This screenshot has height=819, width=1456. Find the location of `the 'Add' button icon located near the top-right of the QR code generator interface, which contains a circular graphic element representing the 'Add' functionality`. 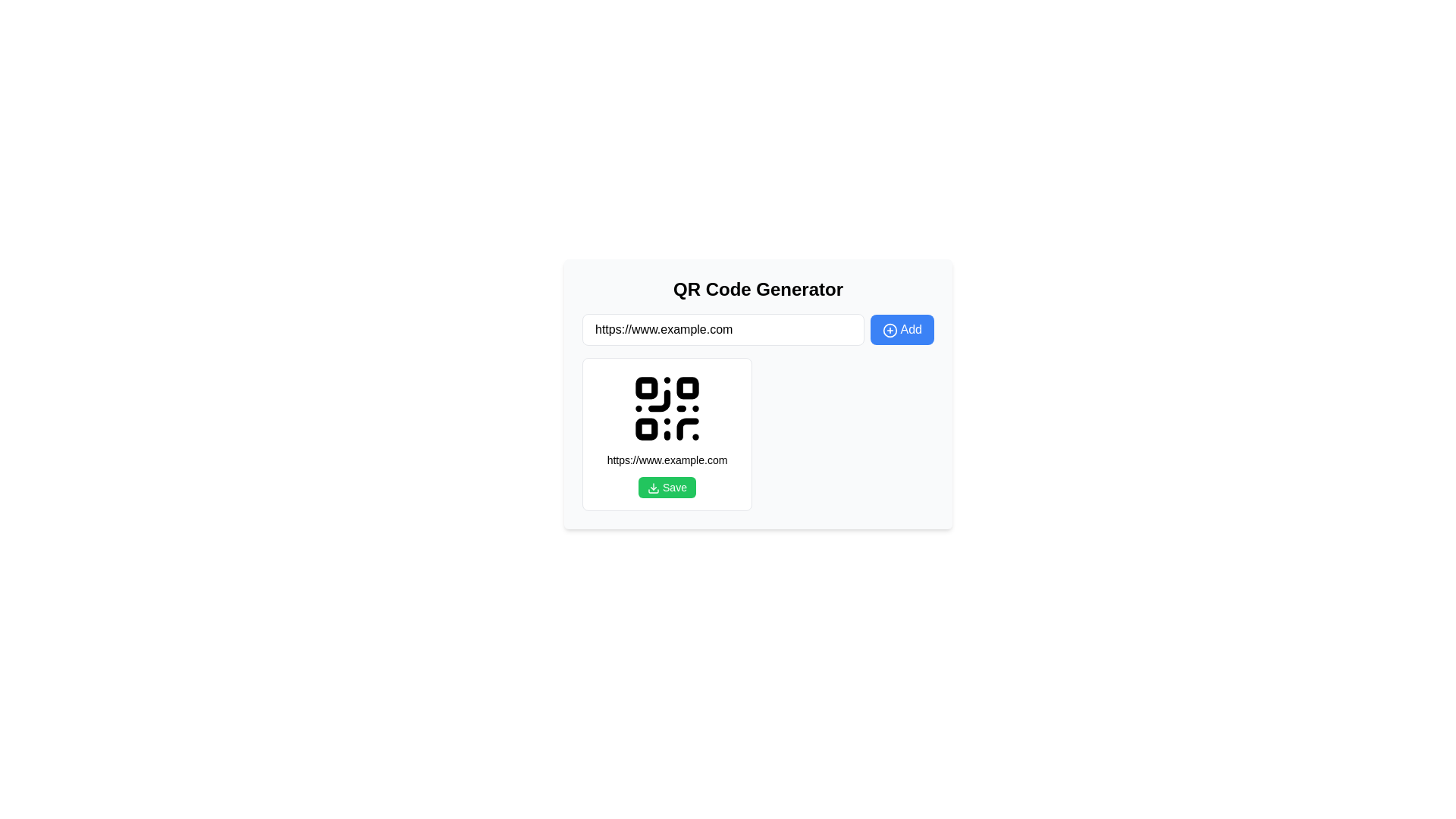

the 'Add' button icon located near the top-right of the QR code generator interface, which contains a circular graphic element representing the 'Add' functionality is located at coordinates (890, 329).